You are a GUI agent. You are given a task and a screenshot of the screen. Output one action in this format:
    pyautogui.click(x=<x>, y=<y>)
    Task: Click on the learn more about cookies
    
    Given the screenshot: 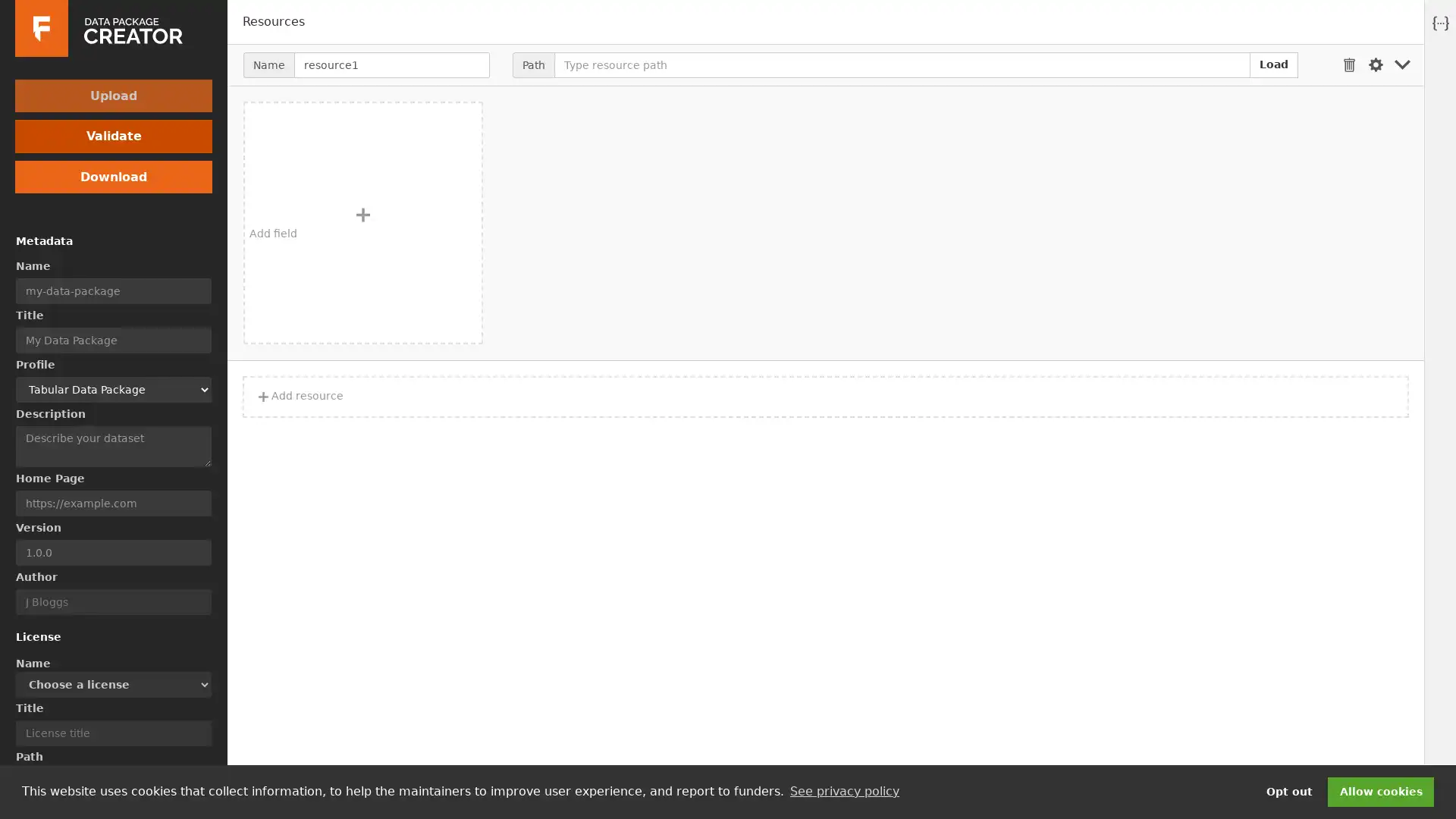 What is the action you would take?
    pyautogui.click(x=843, y=791)
    